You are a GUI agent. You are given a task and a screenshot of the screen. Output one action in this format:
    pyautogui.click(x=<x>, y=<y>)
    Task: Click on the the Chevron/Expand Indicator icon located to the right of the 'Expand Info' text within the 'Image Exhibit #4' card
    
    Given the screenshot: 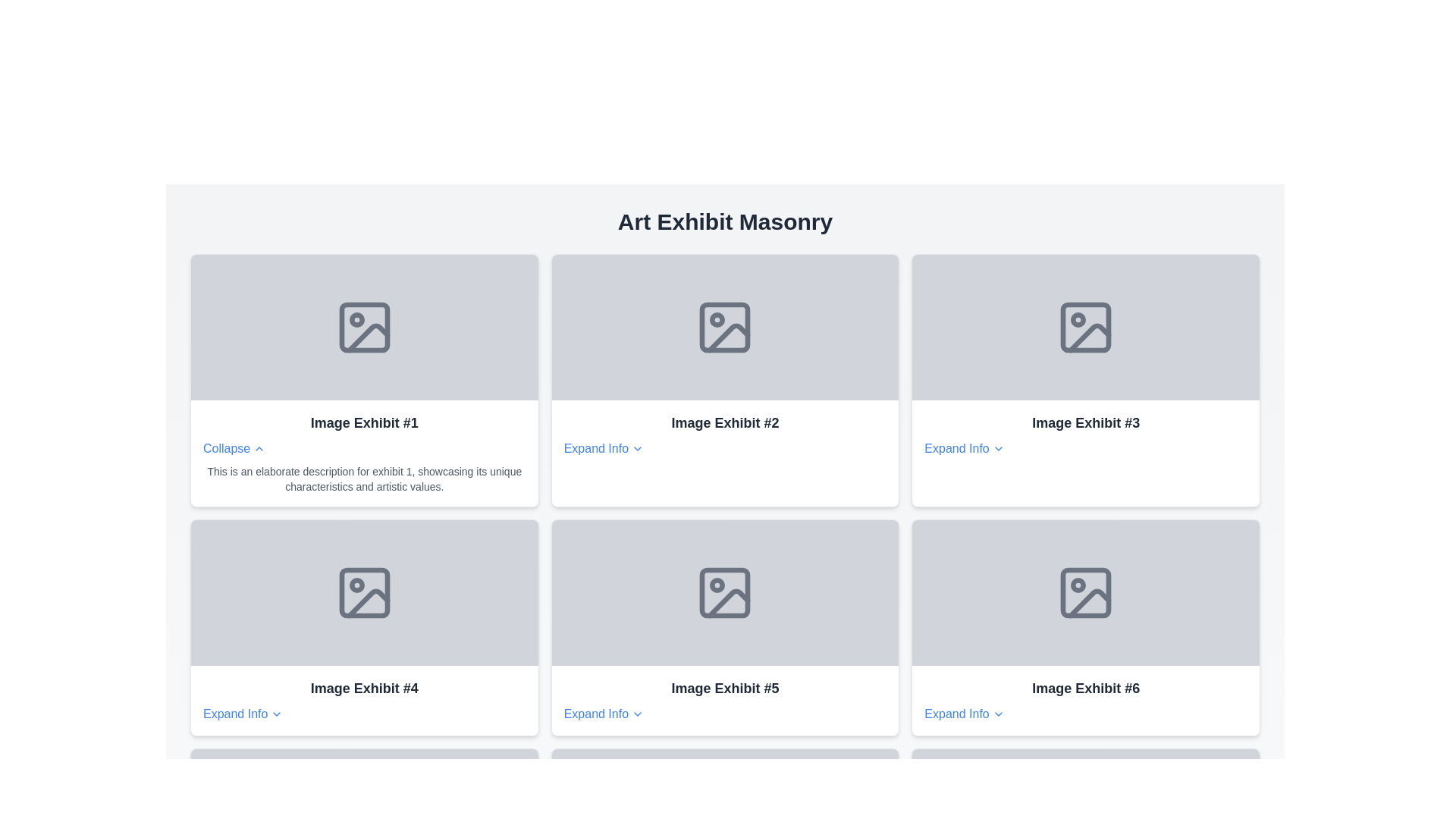 What is the action you would take?
    pyautogui.click(x=277, y=714)
    